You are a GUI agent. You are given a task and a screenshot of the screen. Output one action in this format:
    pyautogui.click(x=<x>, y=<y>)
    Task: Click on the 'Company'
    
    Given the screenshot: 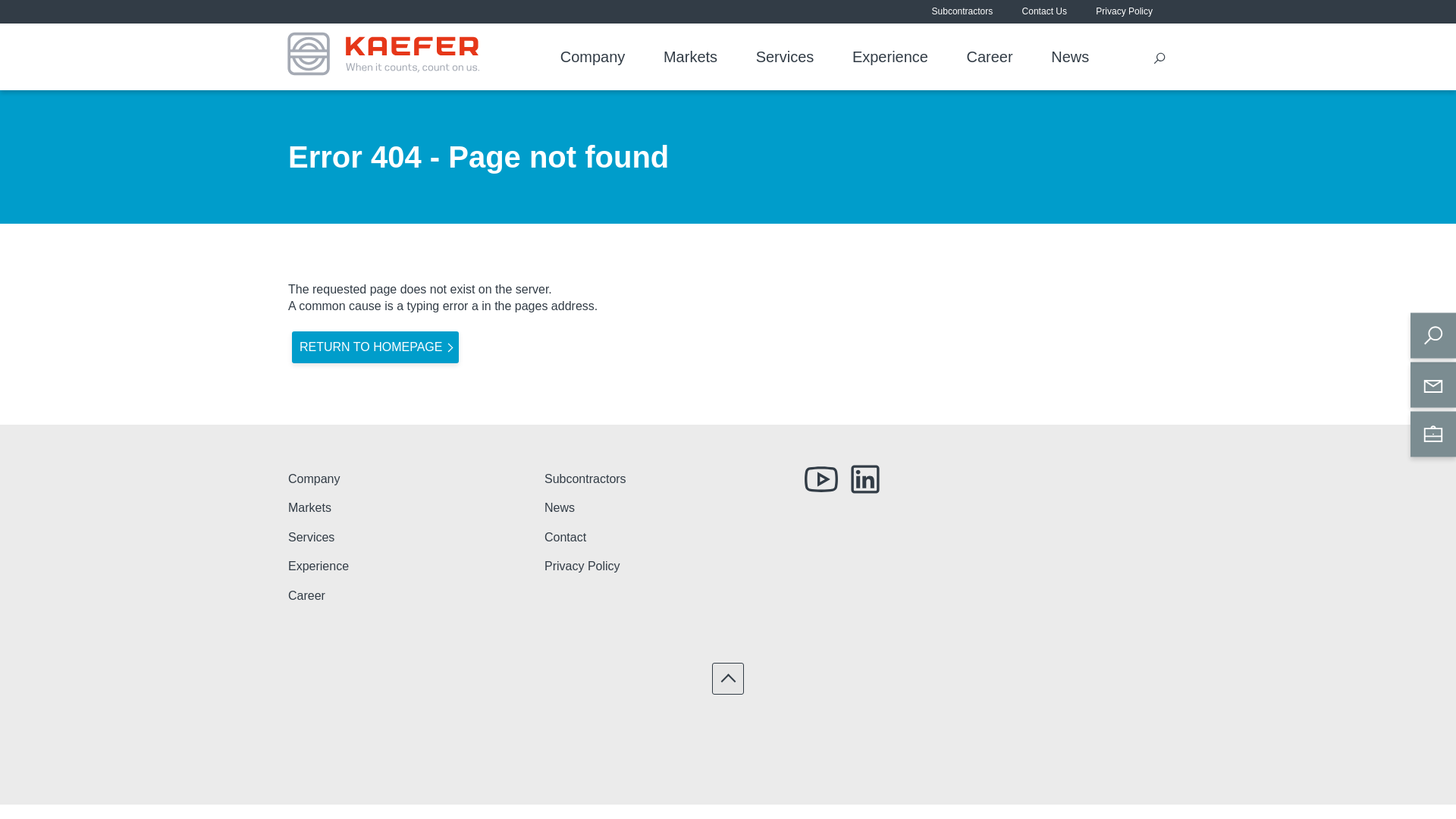 What is the action you would take?
    pyautogui.click(x=312, y=479)
    